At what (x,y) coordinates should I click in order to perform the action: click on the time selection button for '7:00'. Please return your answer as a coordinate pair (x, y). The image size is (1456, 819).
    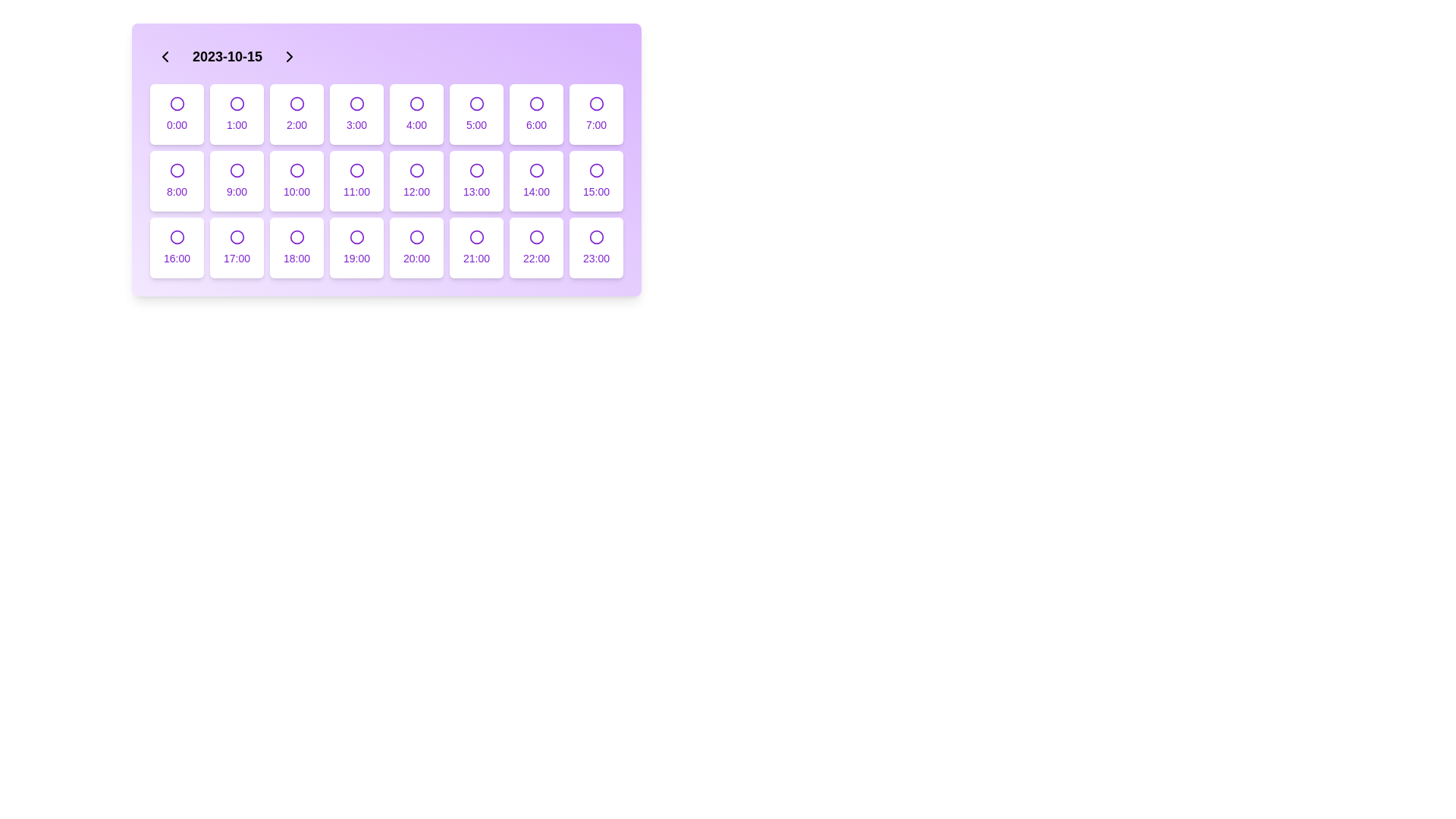
    Looking at the image, I should click on (595, 113).